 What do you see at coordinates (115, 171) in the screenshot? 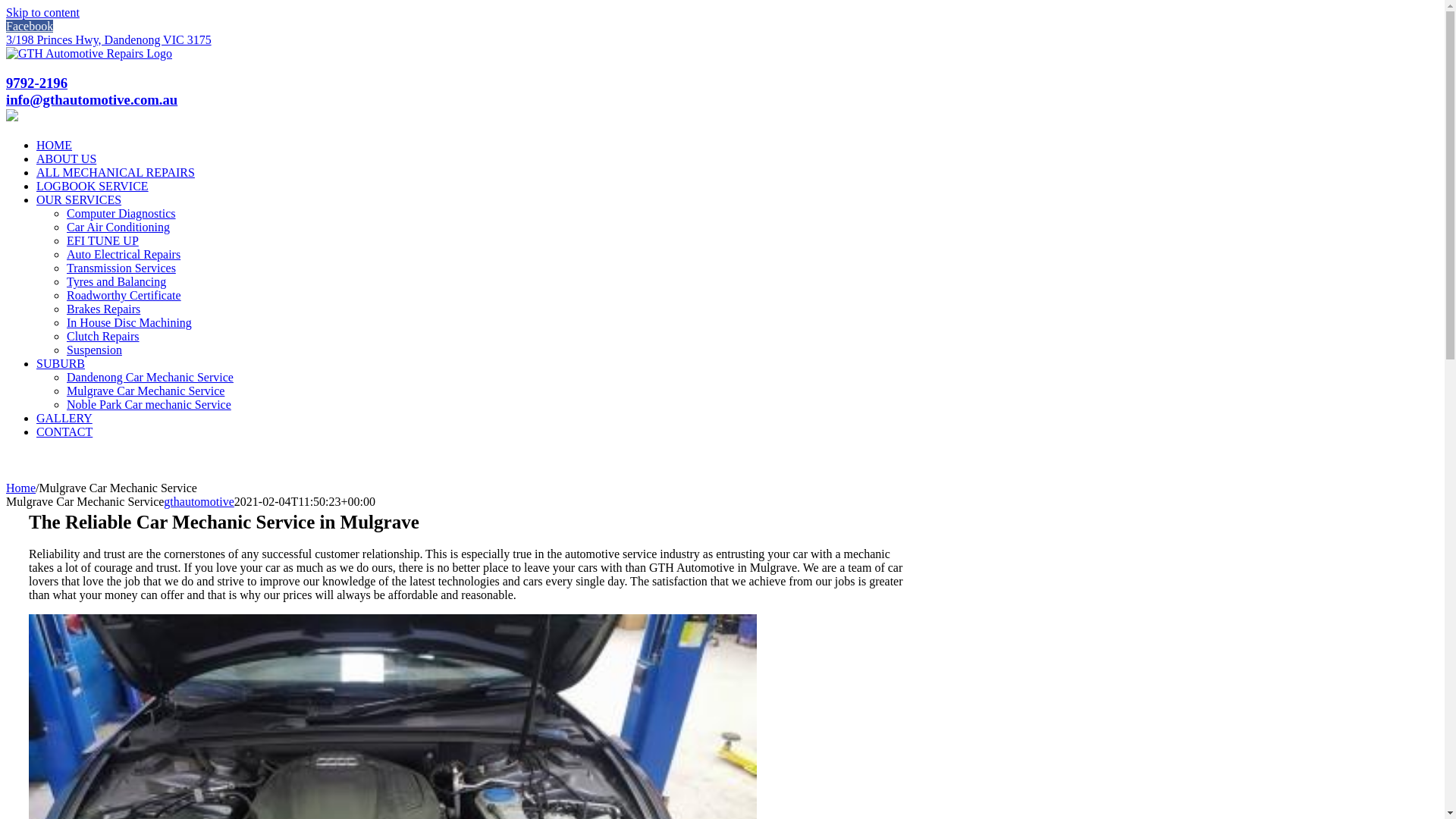
I see `'ALL MECHANICAL REPAIRS'` at bounding box center [115, 171].